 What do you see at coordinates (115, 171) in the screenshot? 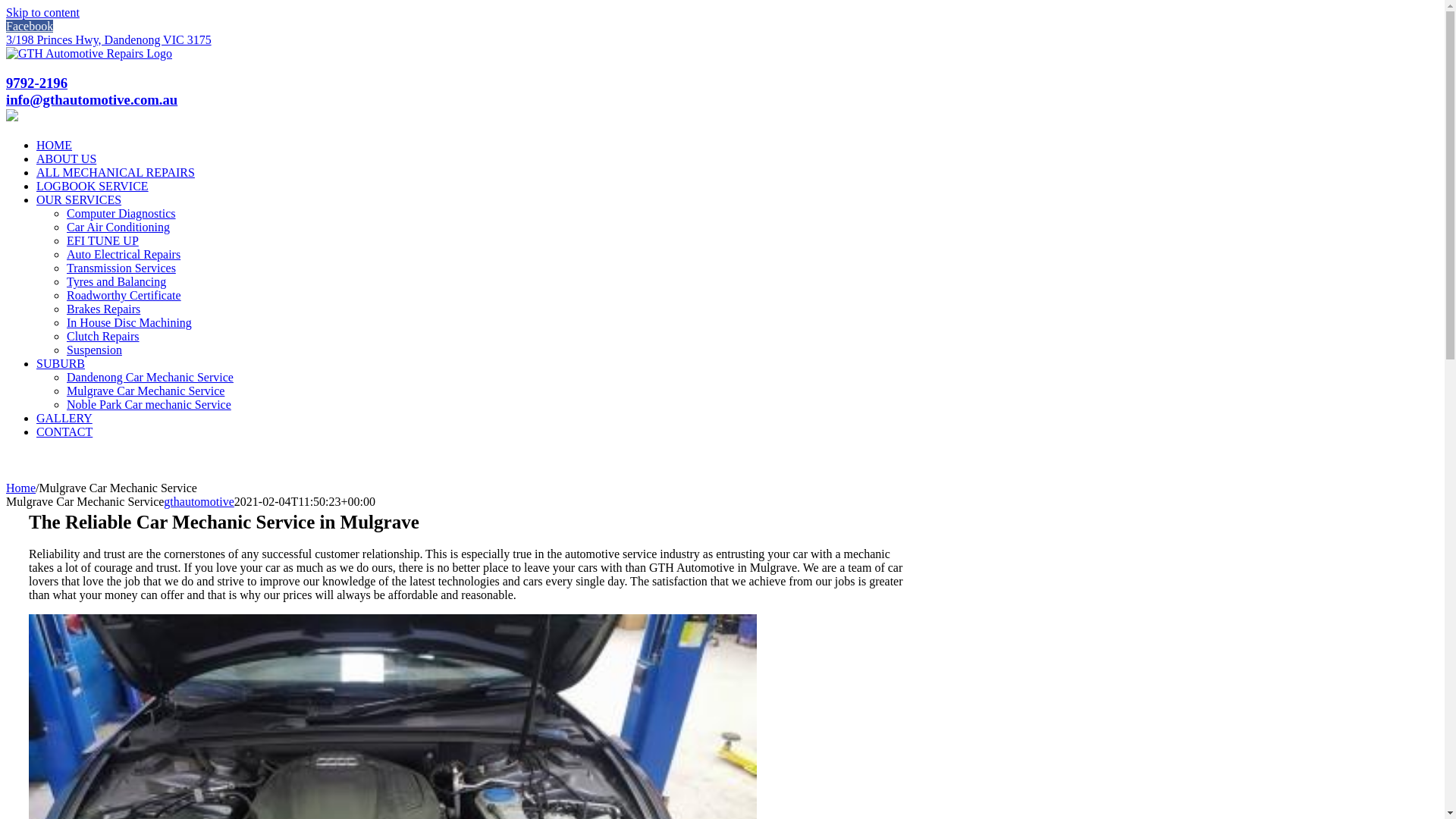
I see `'ALL MECHANICAL REPAIRS'` at bounding box center [115, 171].